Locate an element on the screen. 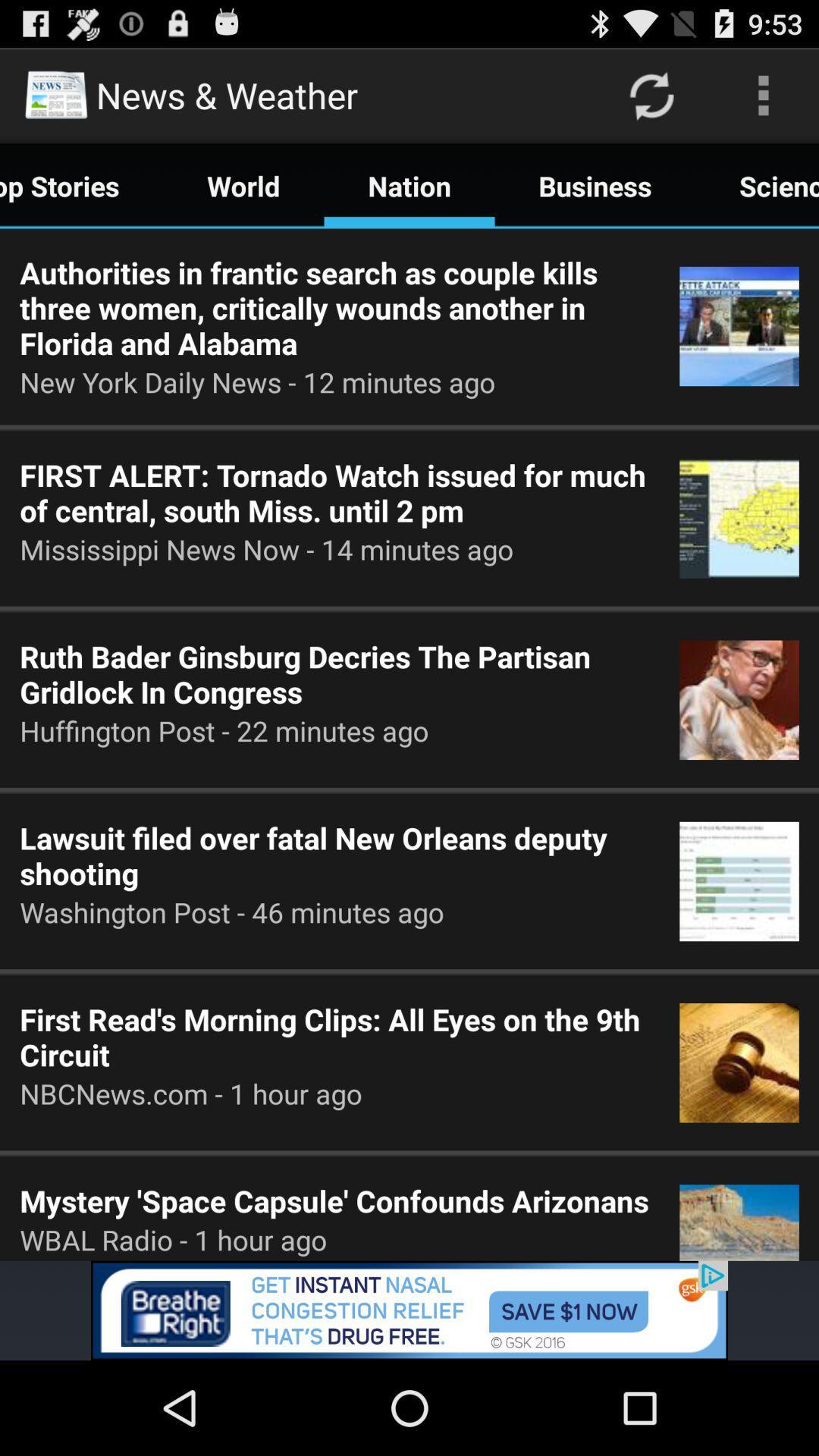 This screenshot has height=1456, width=819. click on advertisement below is located at coordinates (409, 1310).